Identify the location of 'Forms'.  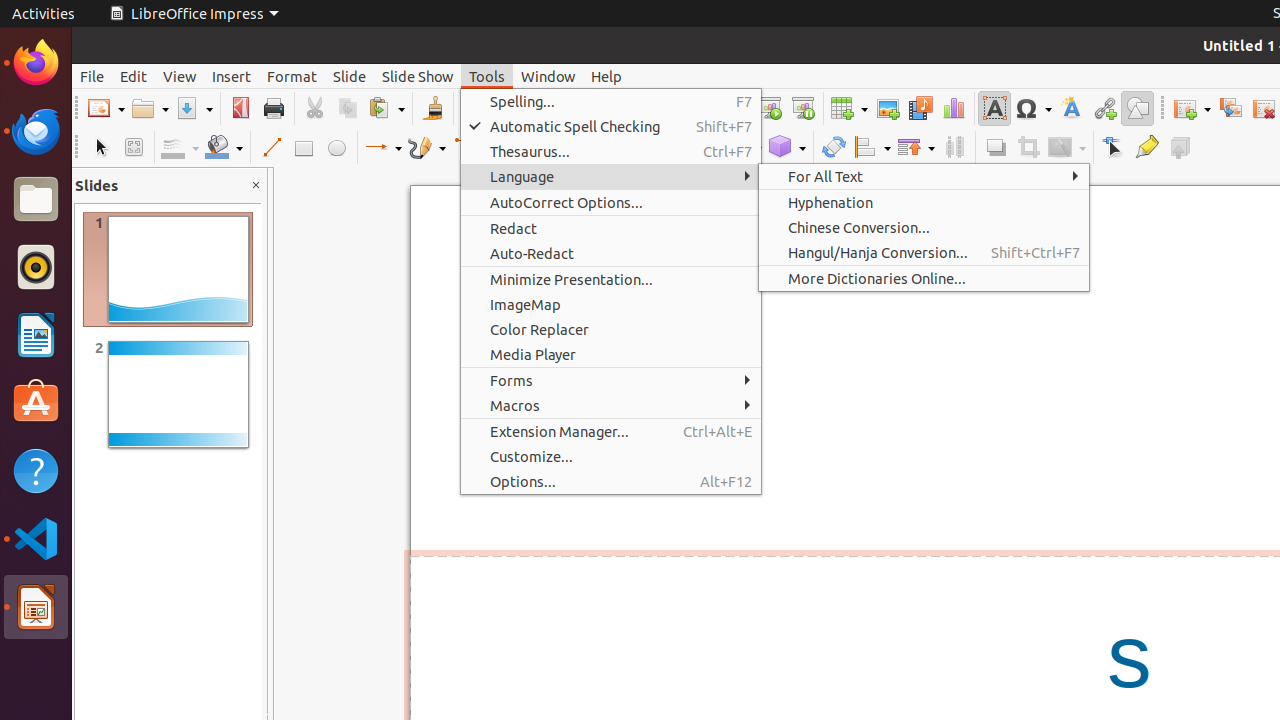
(609, 380).